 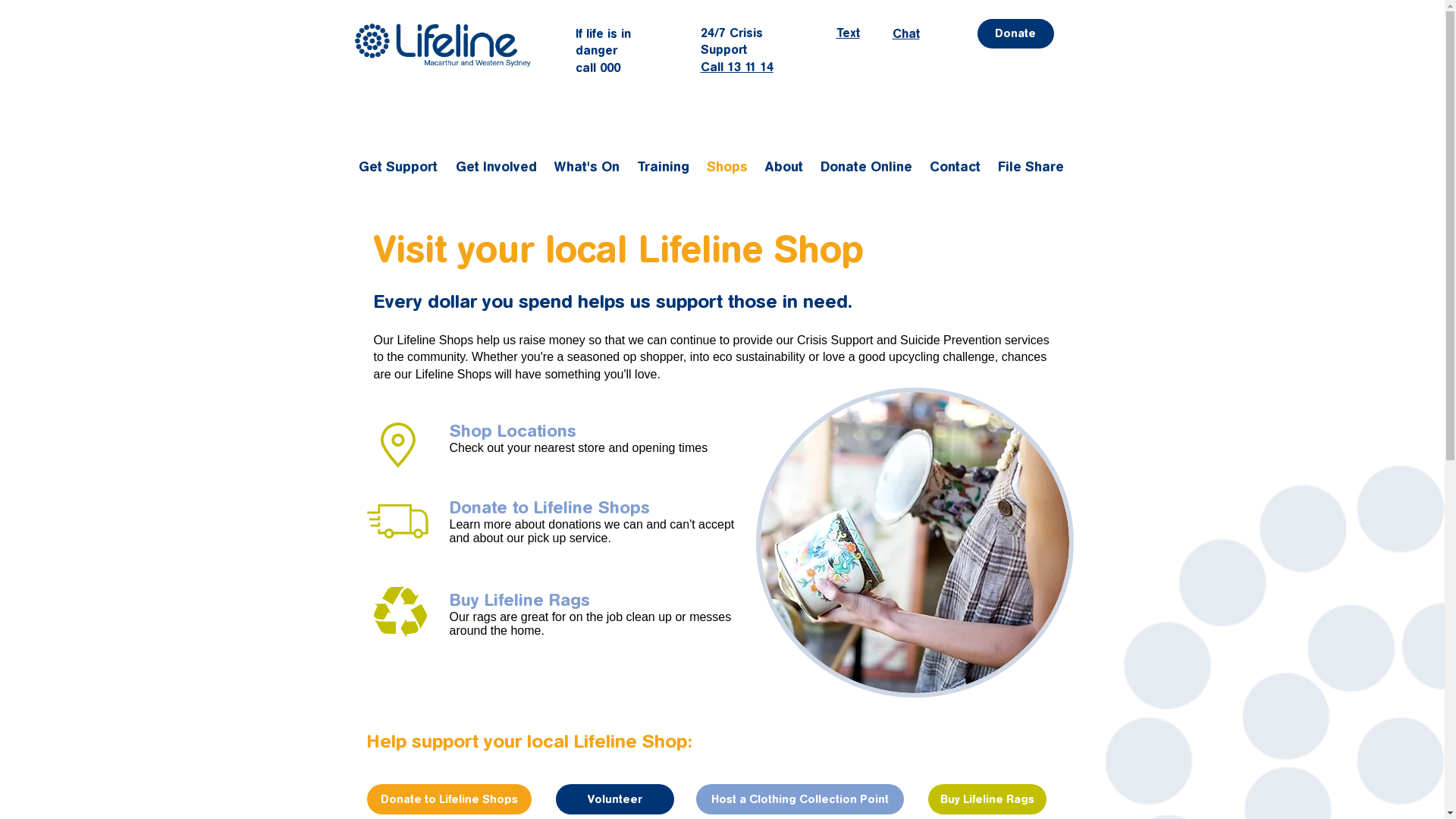 What do you see at coordinates (664, 166) in the screenshot?
I see `'Training'` at bounding box center [664, 166].